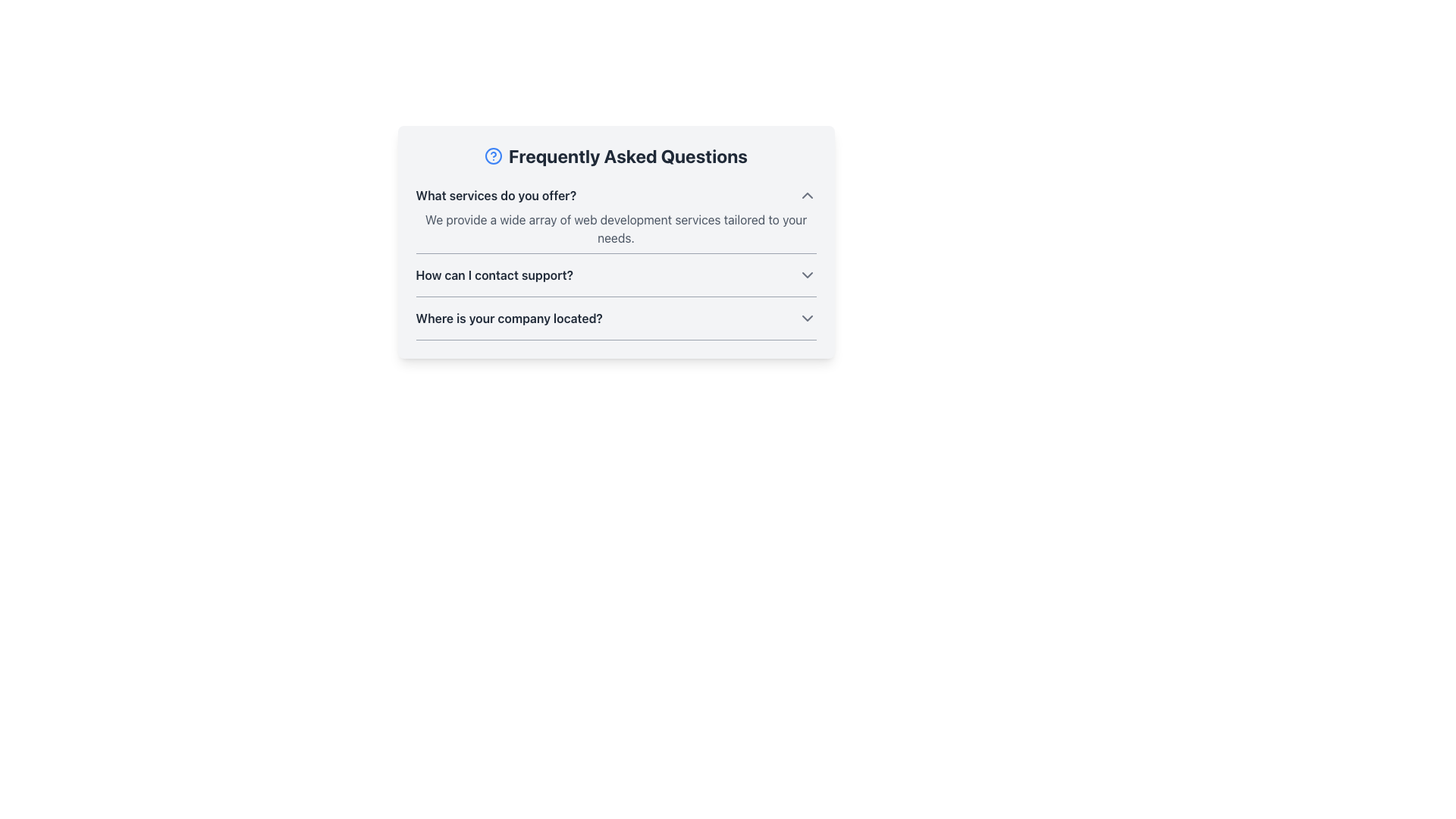 The height and width of the screenshot is (819, 1456). Describe the element at coordinates (616, 281) in the screenshot. I see `the second Collapsible FAQ Item labeled 'How can I contact support?'` at that location.